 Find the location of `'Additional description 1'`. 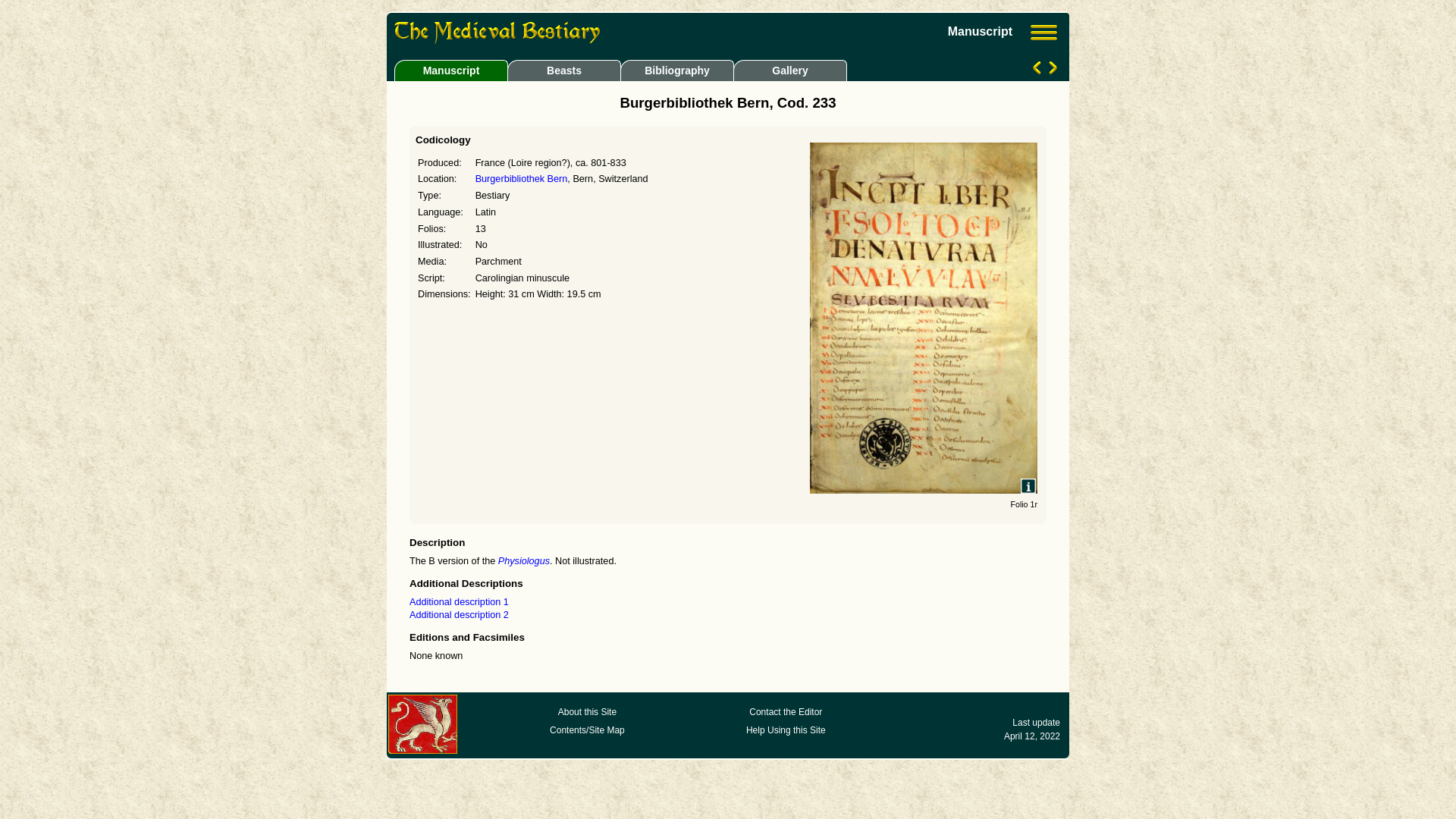

'Additional description 1' is located at coordinates (458, 601).